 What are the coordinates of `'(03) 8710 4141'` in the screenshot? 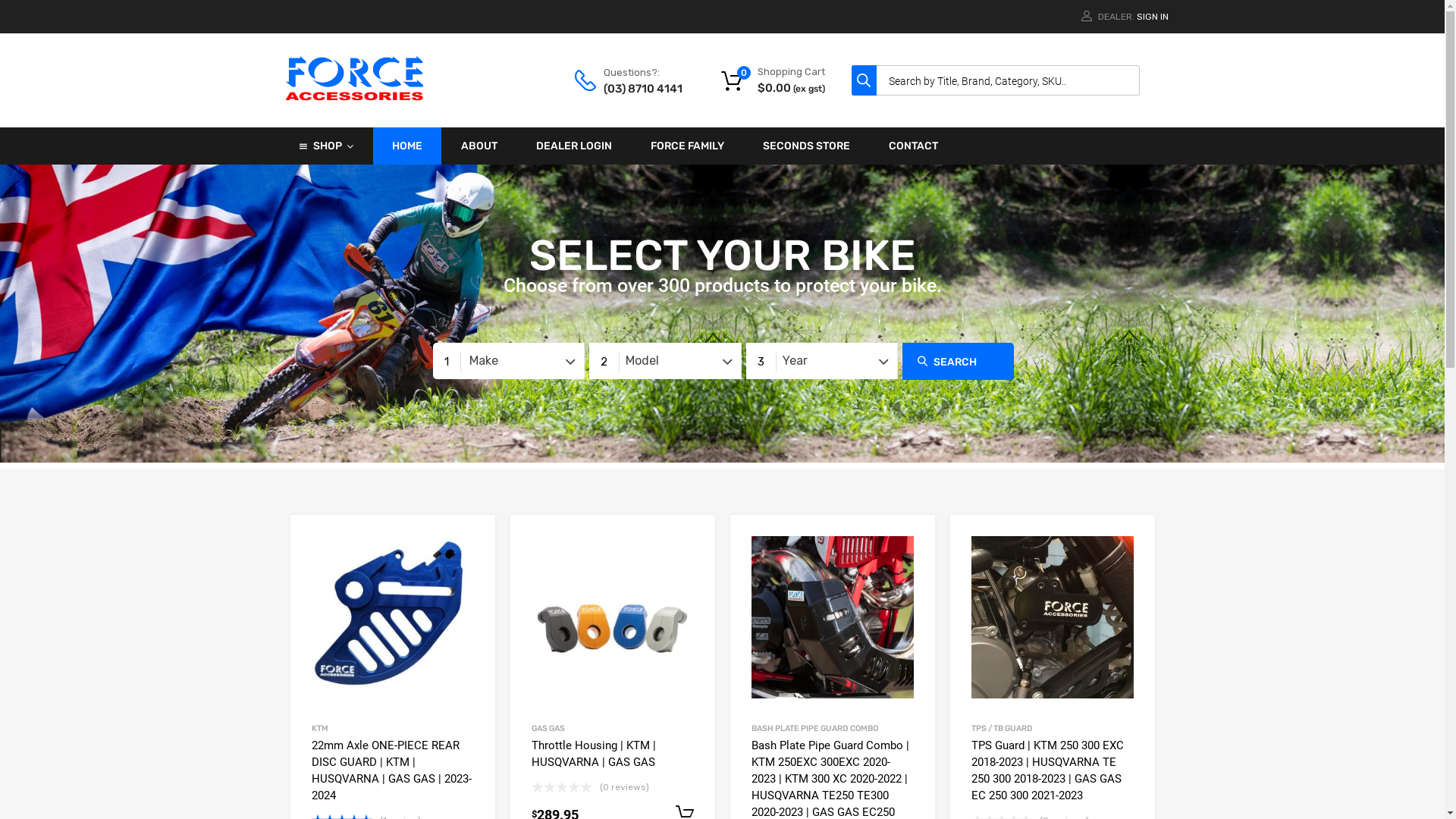 It's located at (640, 89).